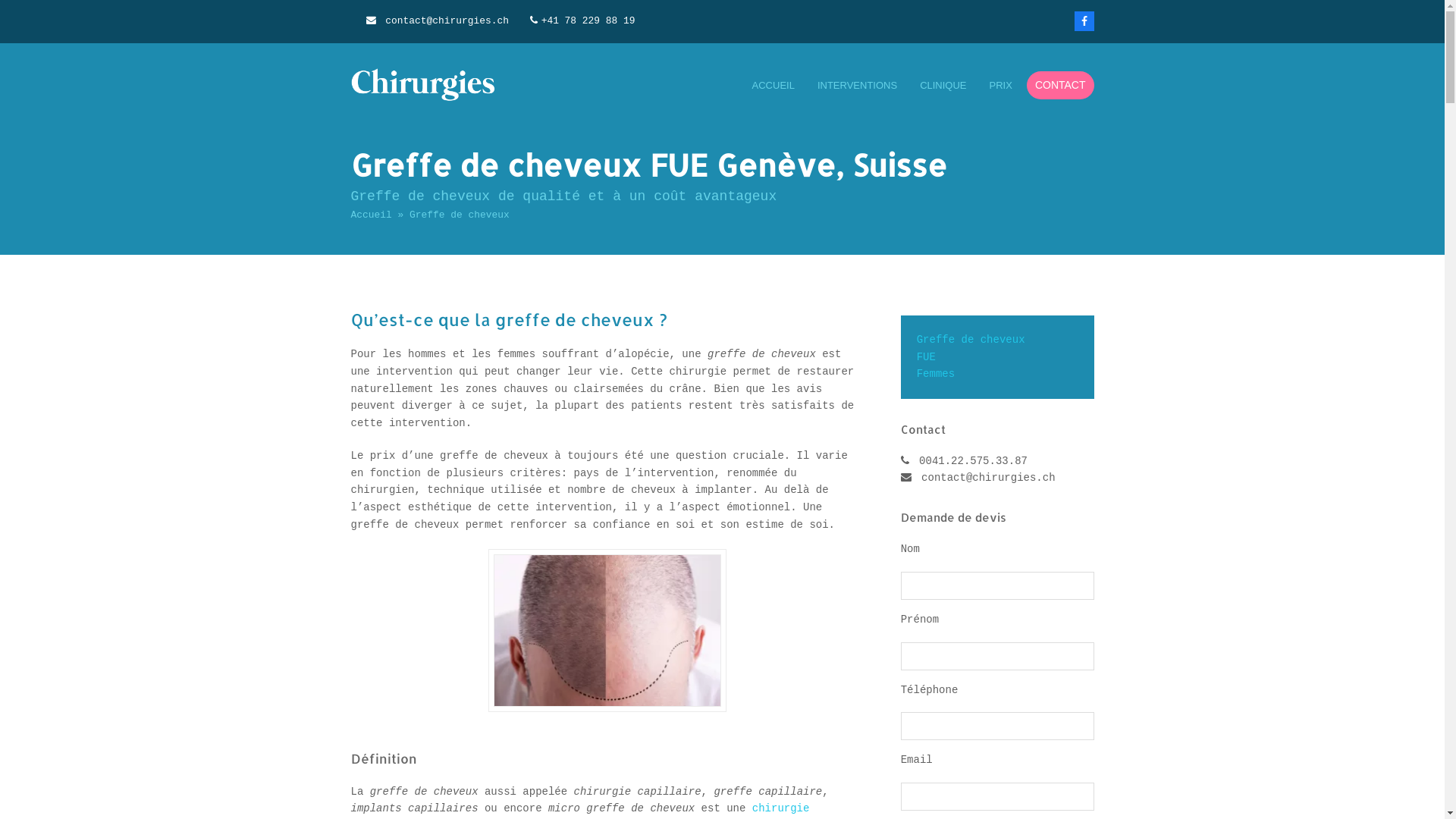 This screenshot has width=1456, height=819. Describe the element at coordinates (857, 85) in the screenshot. I see `'INTERVENTIONS'` at that location.